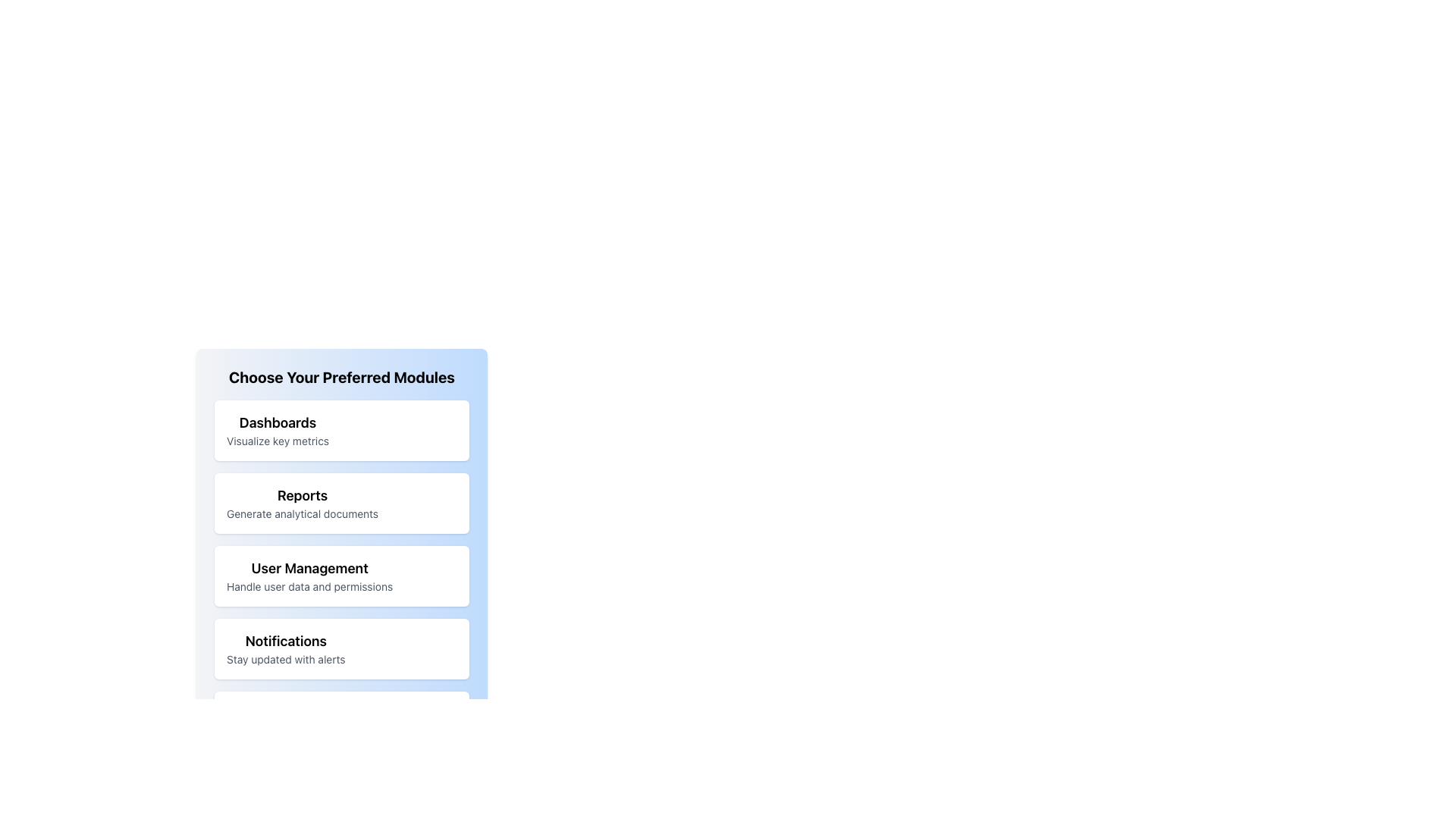  Describe the element at coordinates (341, 576) in the screenshot. I see `the 'User Management' List Item, which is the third option in the vertically stacked list of modules within the 'Choose Your Preferred Modules' card` at that location.